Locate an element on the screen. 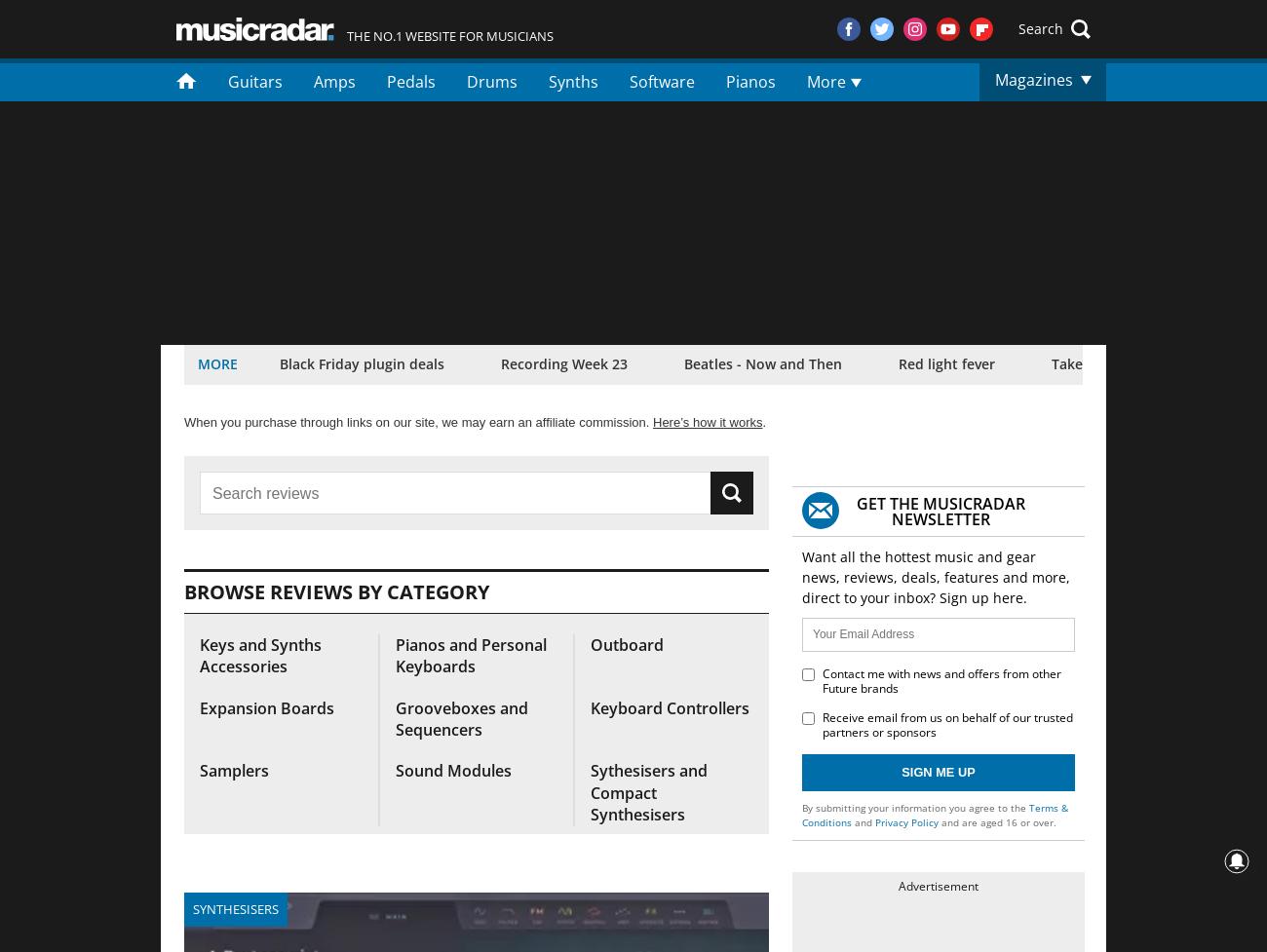  'Outboard' is located at coordinates (627, 644).